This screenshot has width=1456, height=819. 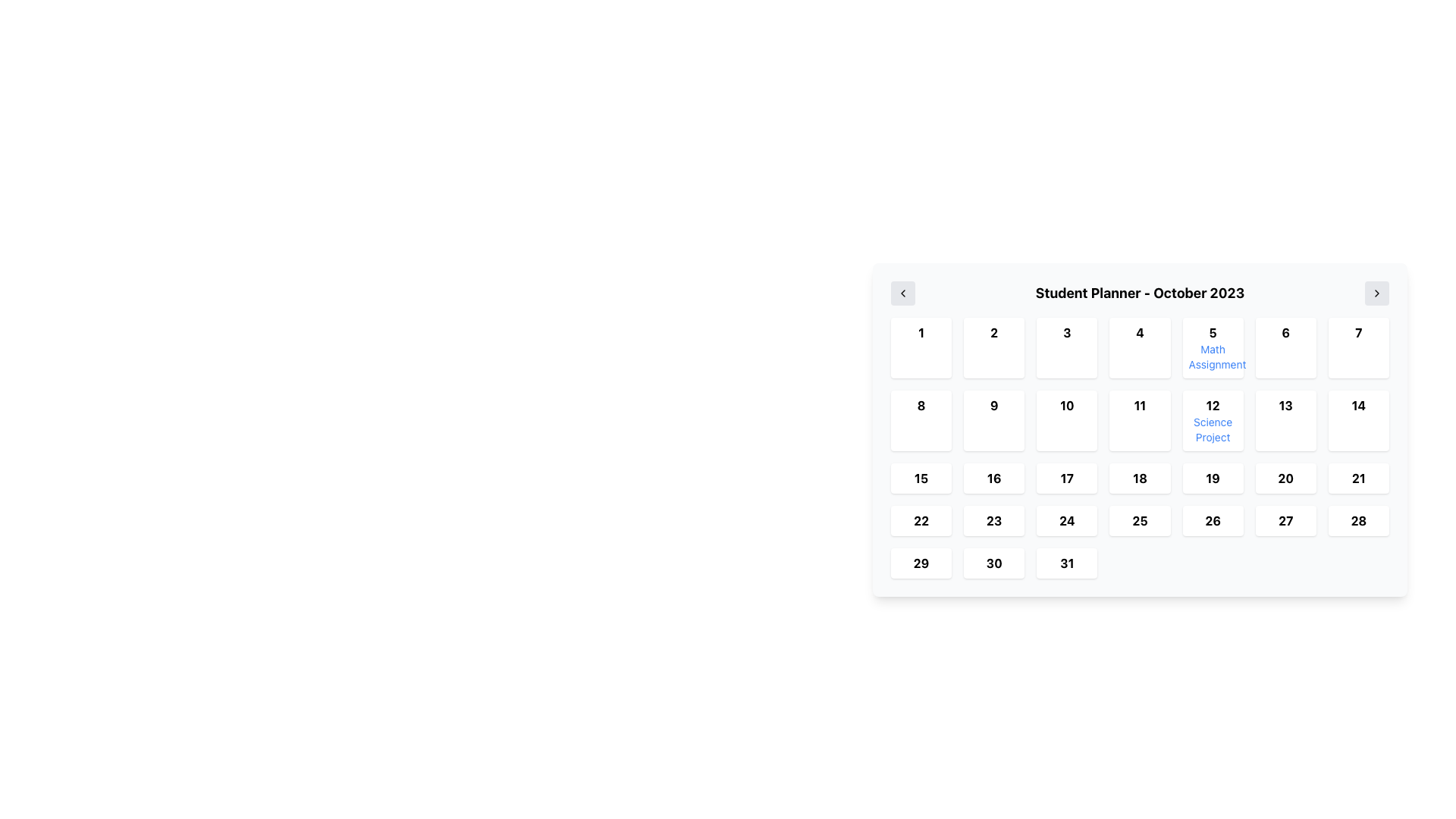 I want to click on the bold-styled number '12' located in the second row, fifth column of the calendar layout to check its details, so click(x=1212, y=405).